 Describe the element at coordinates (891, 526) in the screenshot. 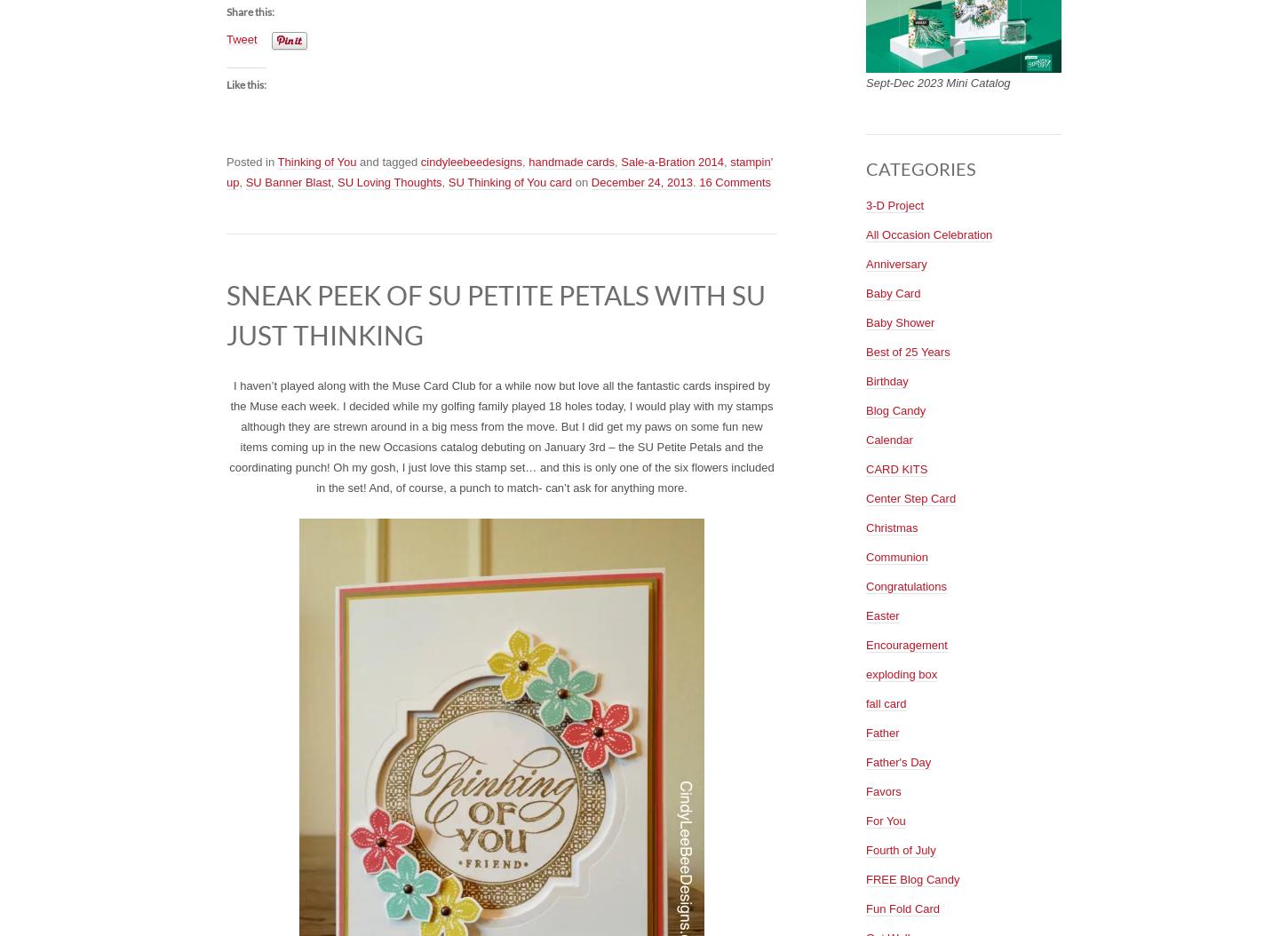

I see `'Christmas'` at that location.